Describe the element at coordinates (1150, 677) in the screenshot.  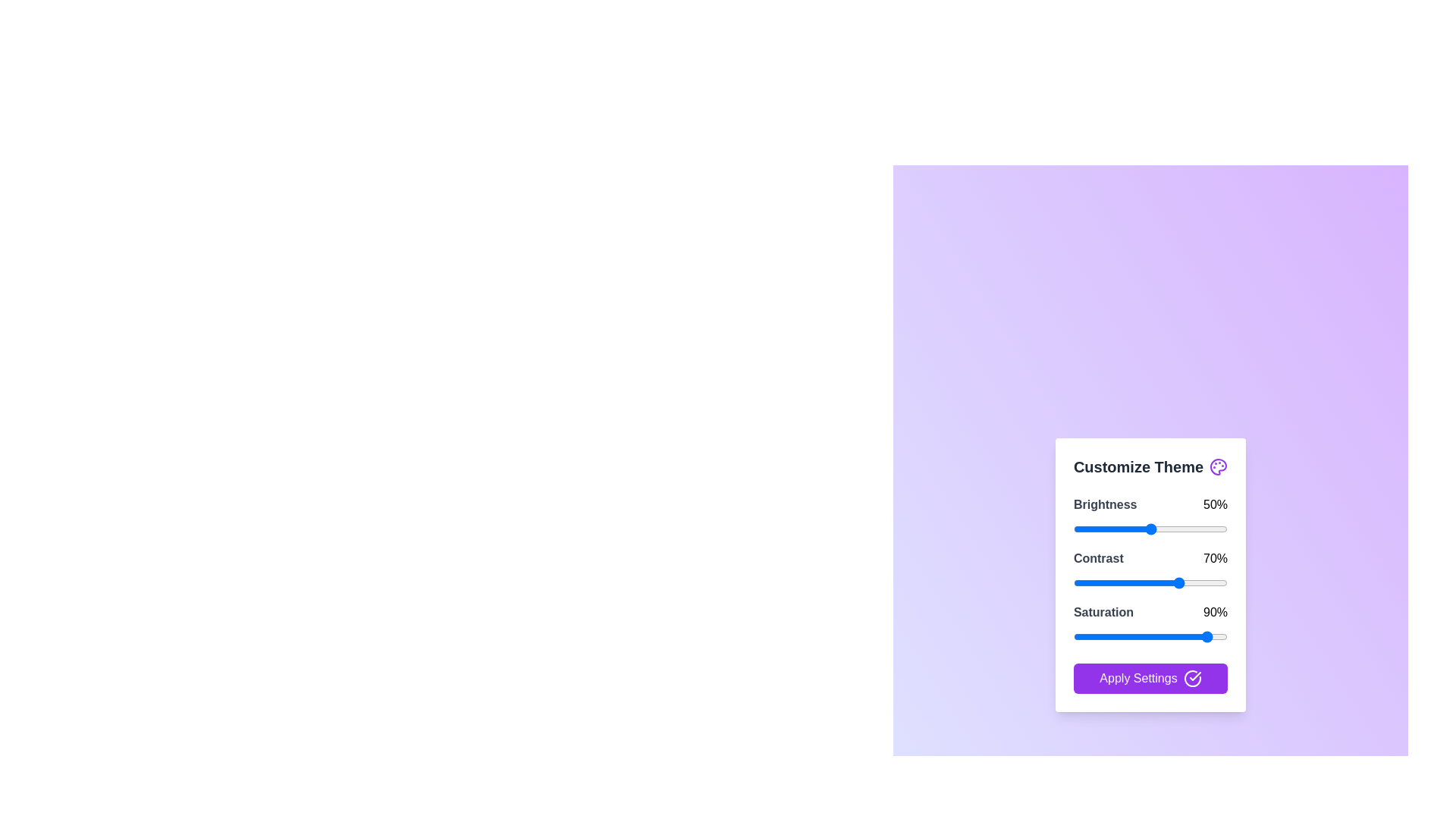
I see `the 'Apply Settings' button to save the changes` at that location.